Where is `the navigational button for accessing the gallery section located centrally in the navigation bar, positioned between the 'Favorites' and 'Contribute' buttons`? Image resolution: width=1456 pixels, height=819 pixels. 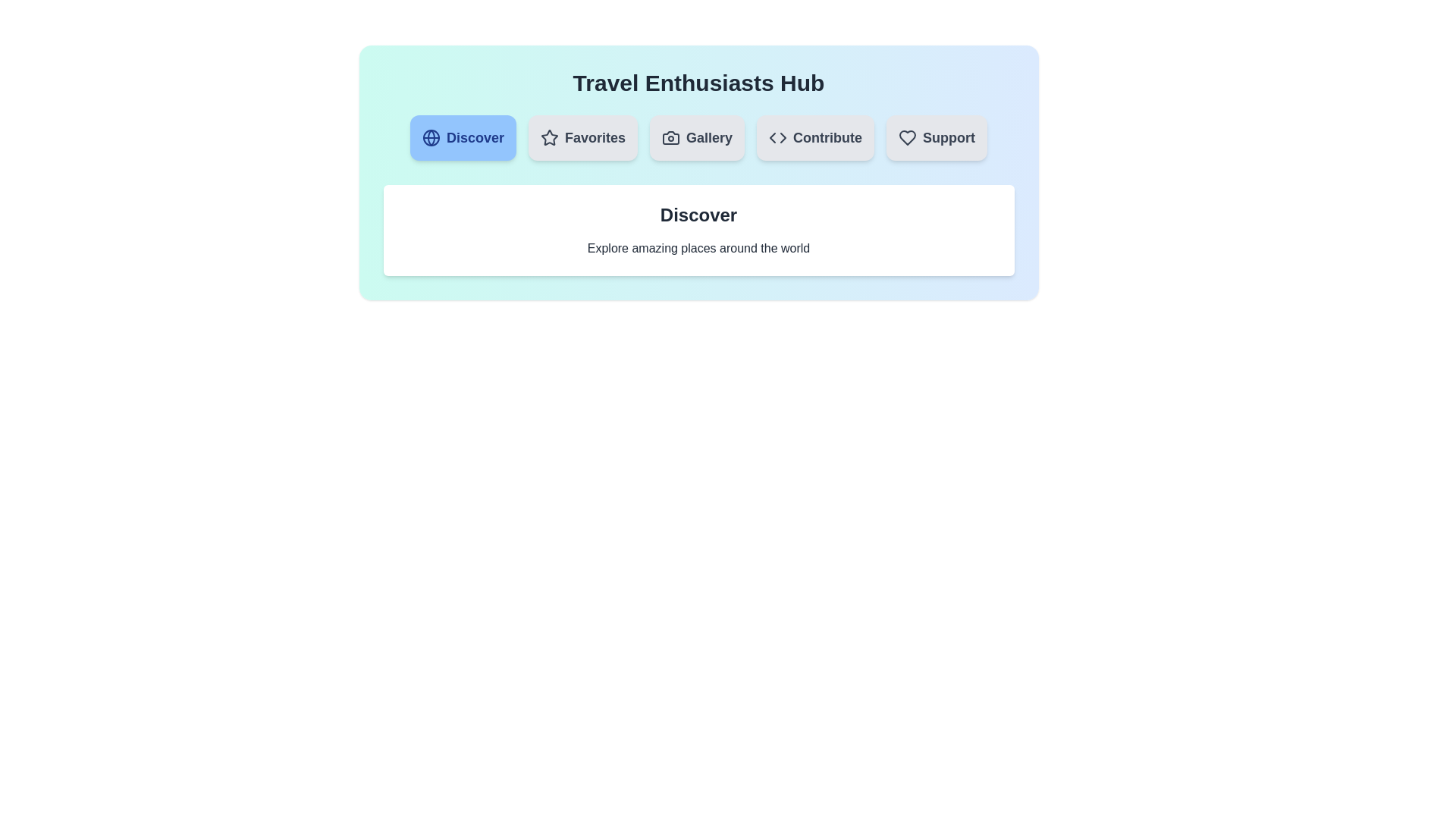 the navigational button for accessing the gallery section located centrally in the navigation bar, positioned between the 'Favorites' and 'Contribute' buttons is located at coordinates (696, 137).